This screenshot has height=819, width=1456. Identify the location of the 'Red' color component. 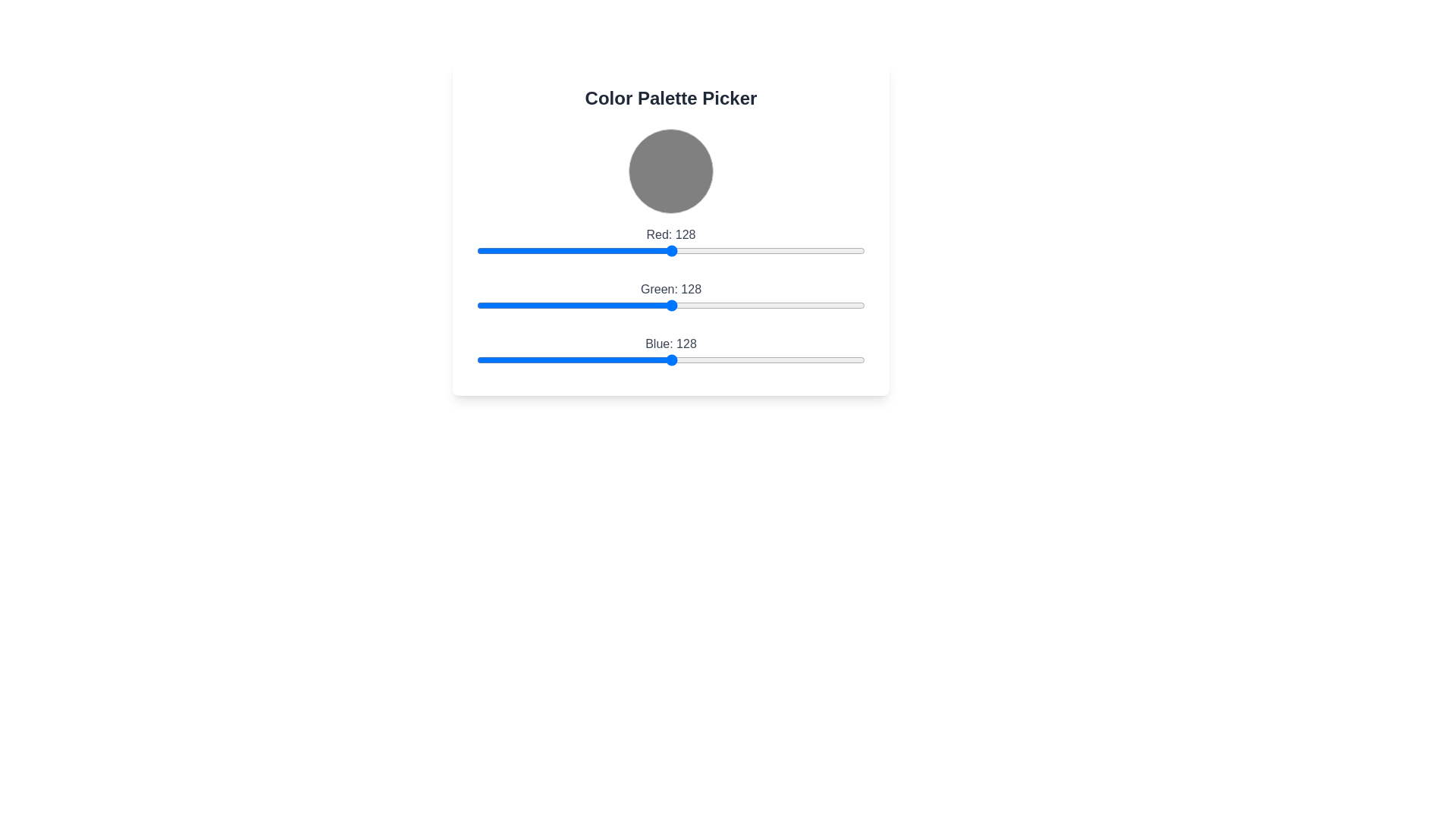
(599, 250).